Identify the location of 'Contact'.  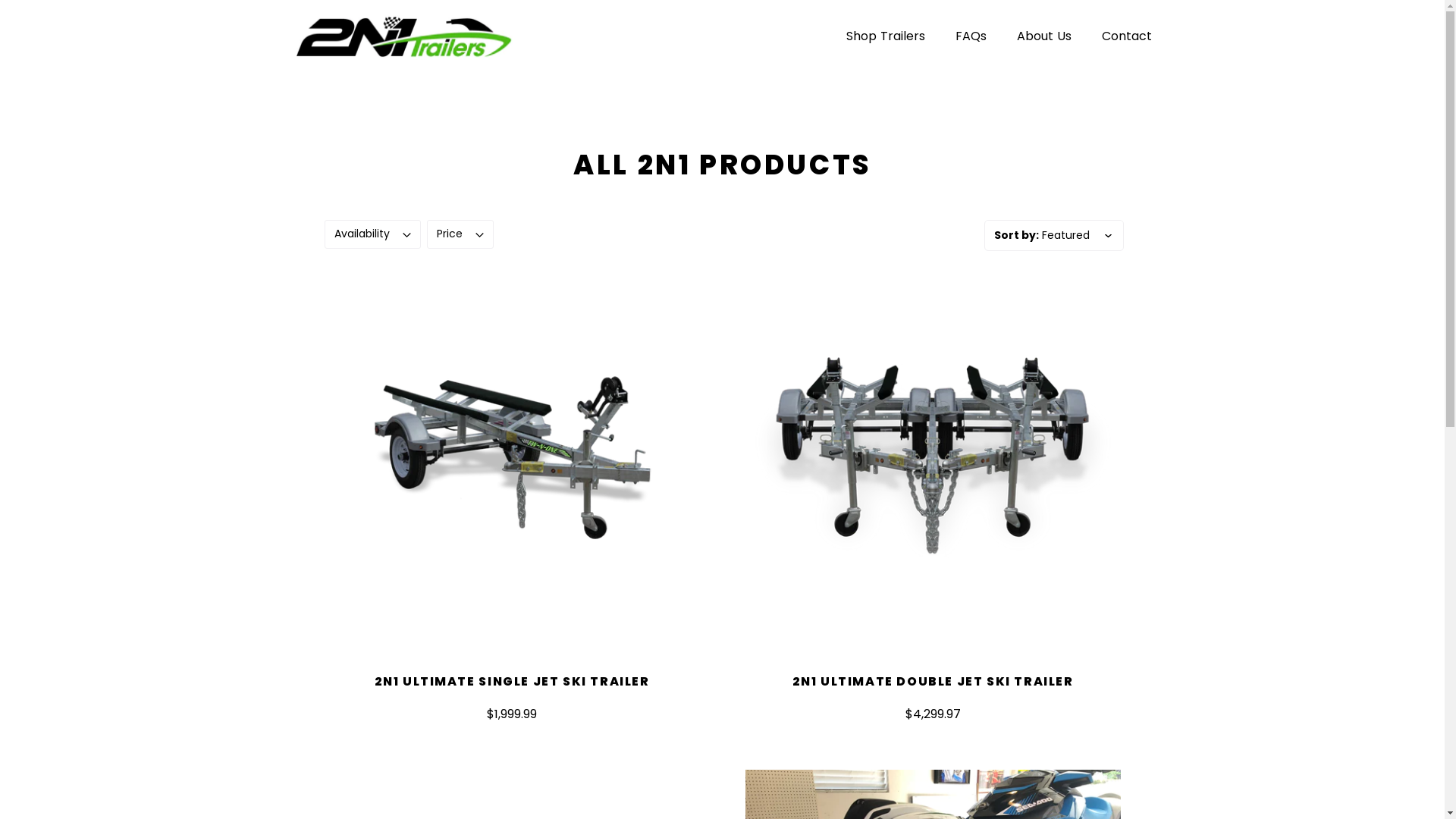
(1125, 35).